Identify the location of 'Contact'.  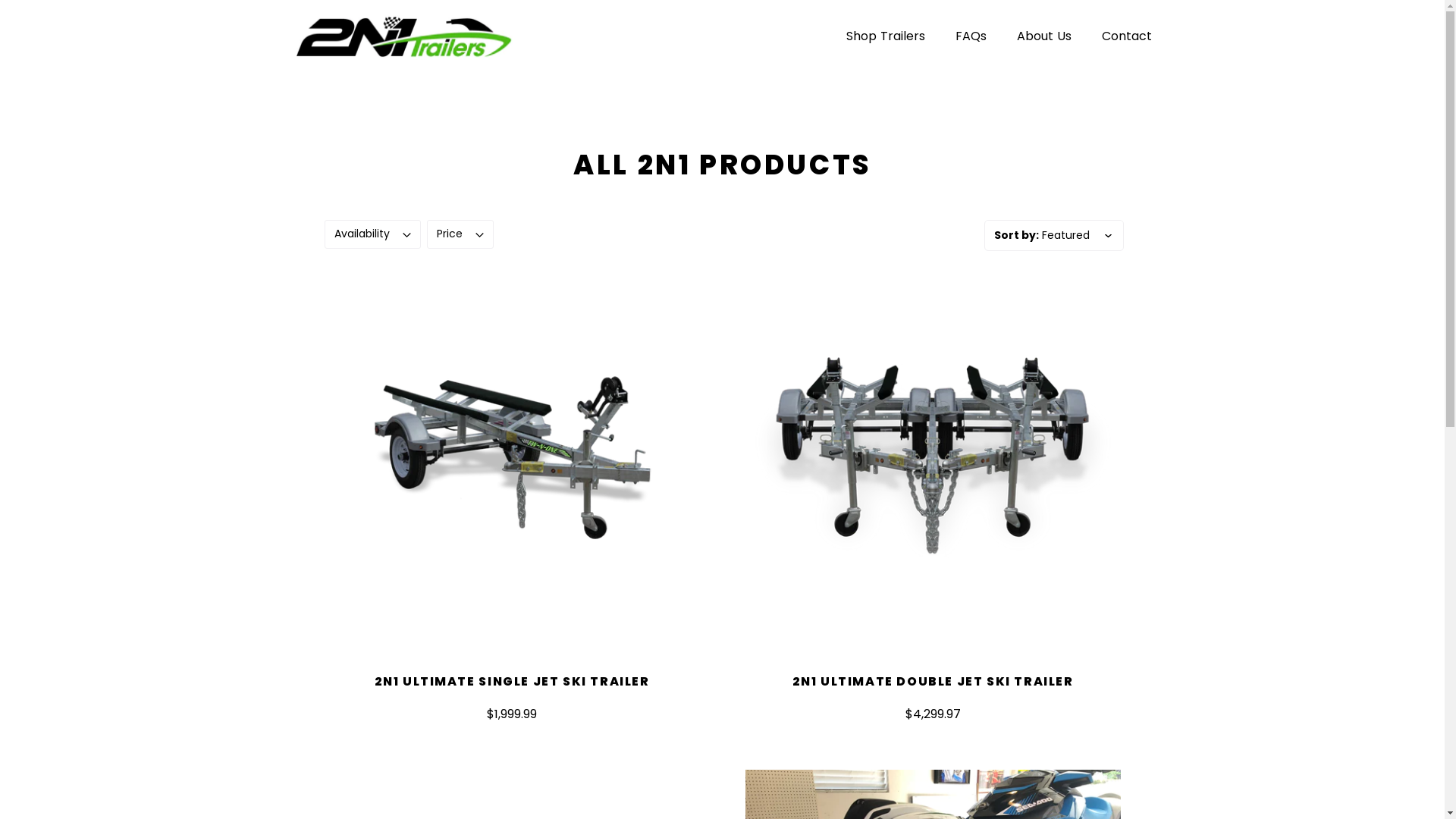
(1125, 35).